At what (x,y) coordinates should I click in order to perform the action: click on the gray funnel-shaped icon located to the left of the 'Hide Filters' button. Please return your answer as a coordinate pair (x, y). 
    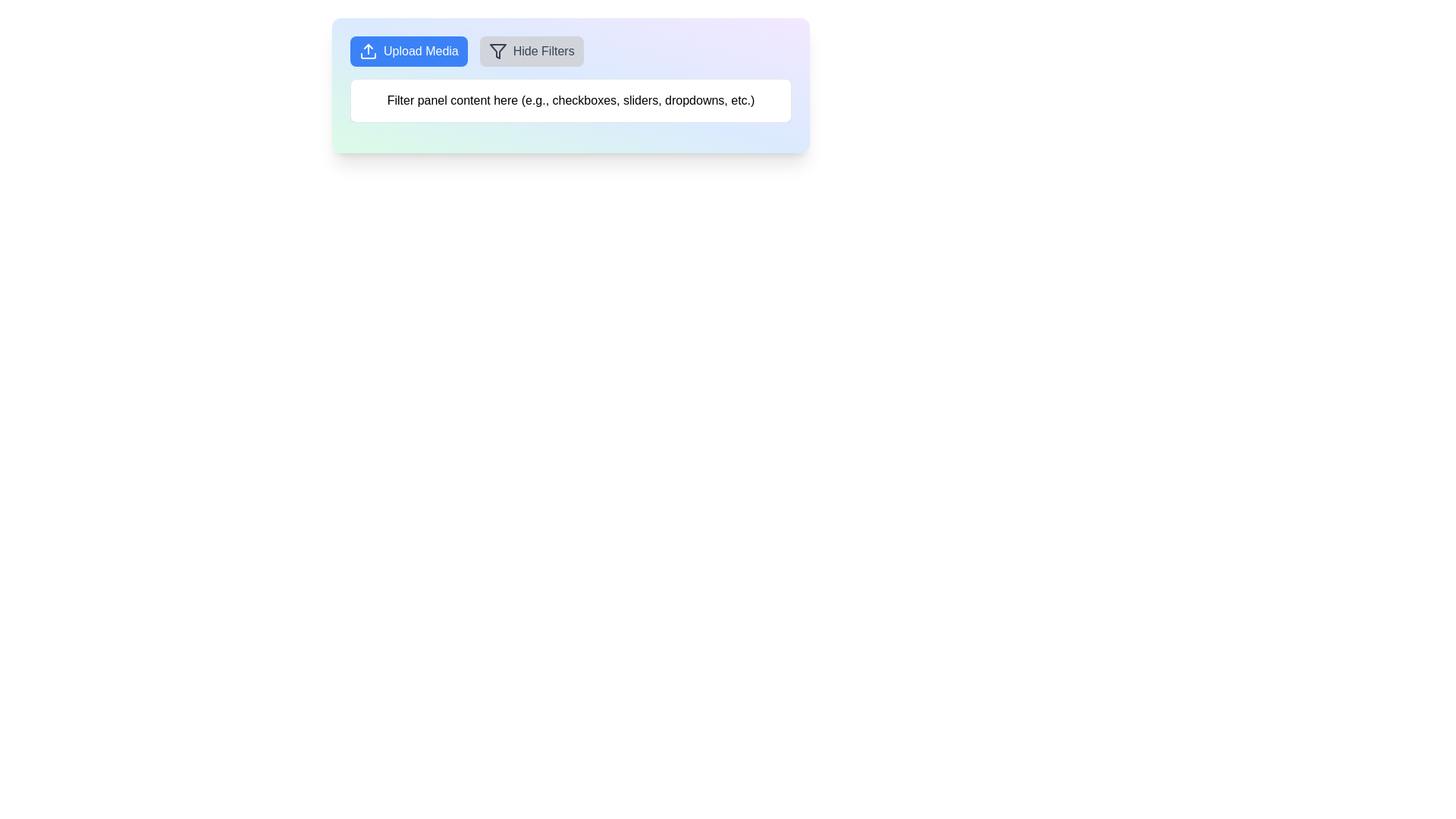
    Looking at the image, I should click on (497, 51).